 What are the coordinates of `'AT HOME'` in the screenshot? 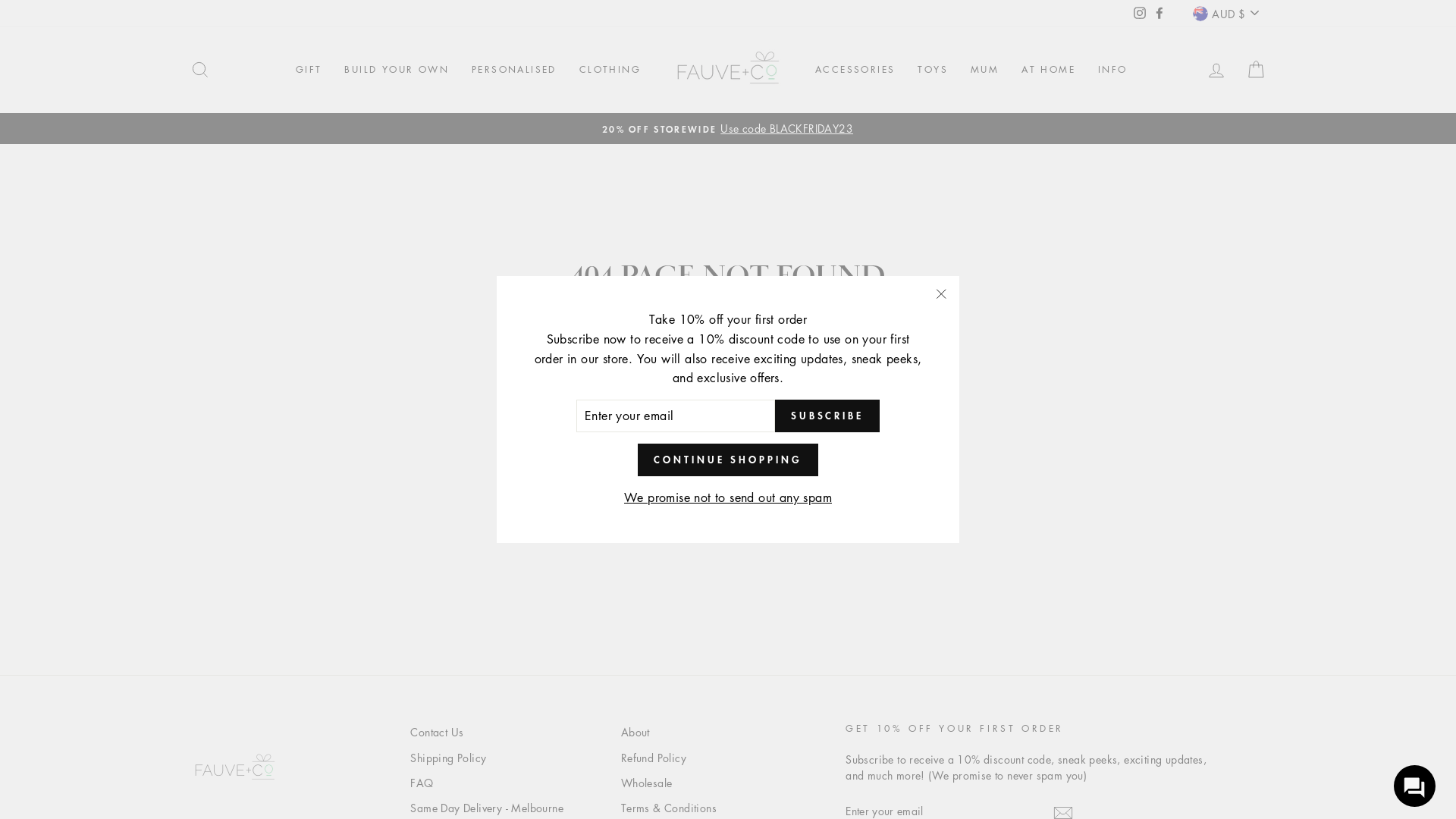 It's located at (1047, 70).